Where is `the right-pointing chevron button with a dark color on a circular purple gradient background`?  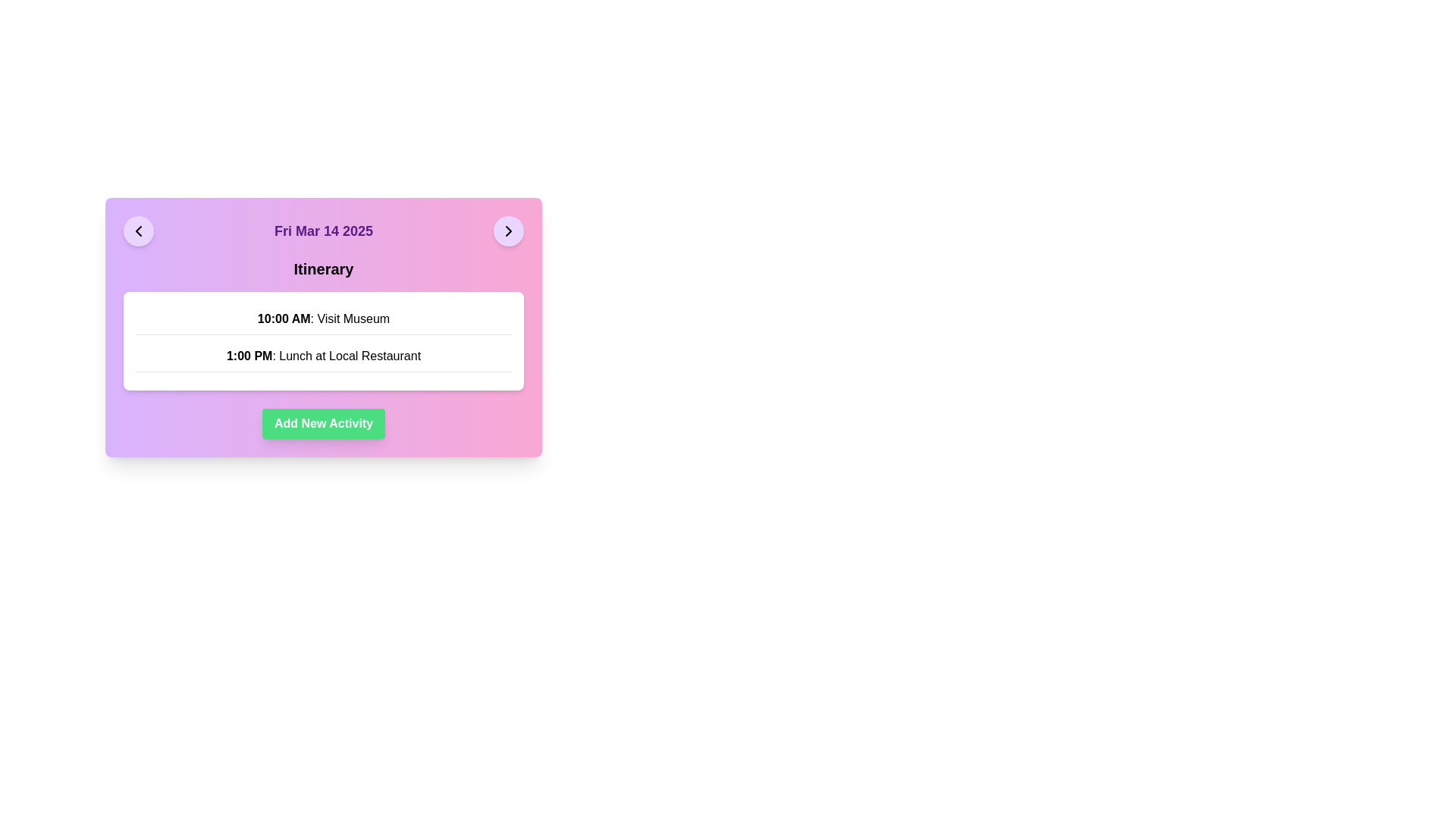 the right-pointing chevron button with a dark color on a circular purple gradient background is located at coordinates (509, 231).